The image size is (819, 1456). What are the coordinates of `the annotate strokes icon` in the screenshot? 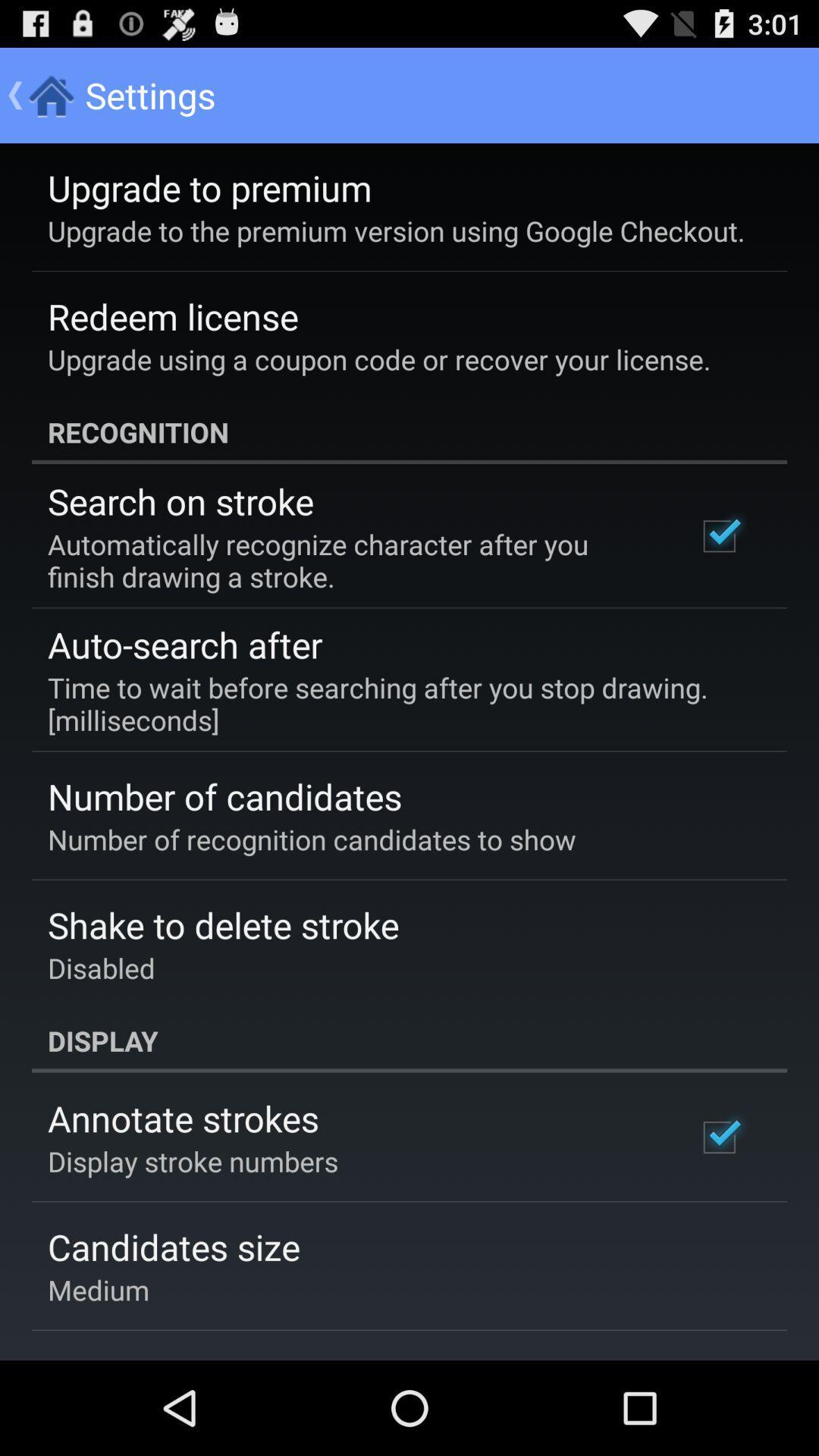 It's located at (182, 1118).